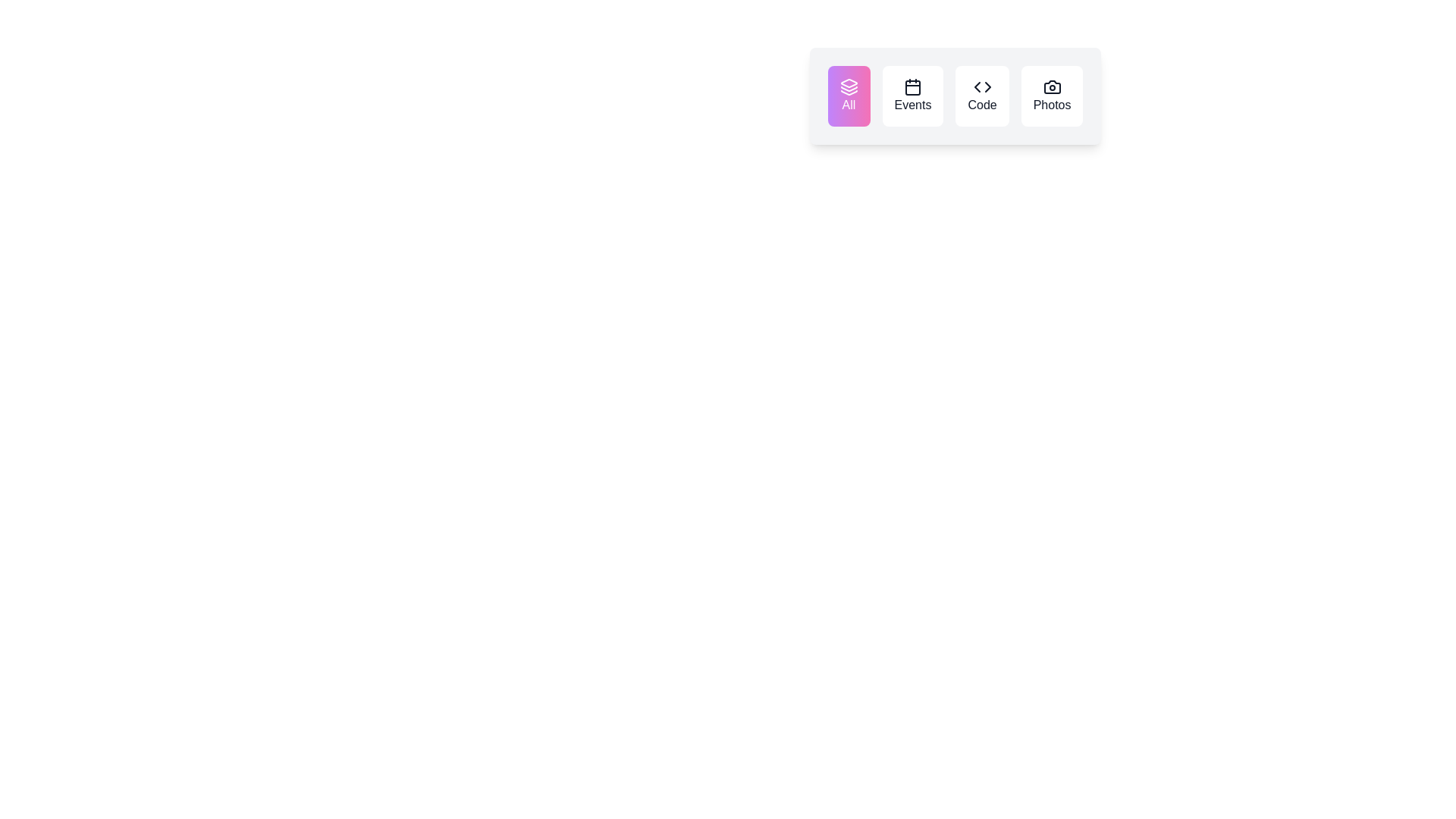  I want to click on the 'Events' button, which is a rectangular button with a white background, a black calendar icon, and the label 'Events' in black text, located between the 'All' button and the 'Code' button, so click(912, 96).